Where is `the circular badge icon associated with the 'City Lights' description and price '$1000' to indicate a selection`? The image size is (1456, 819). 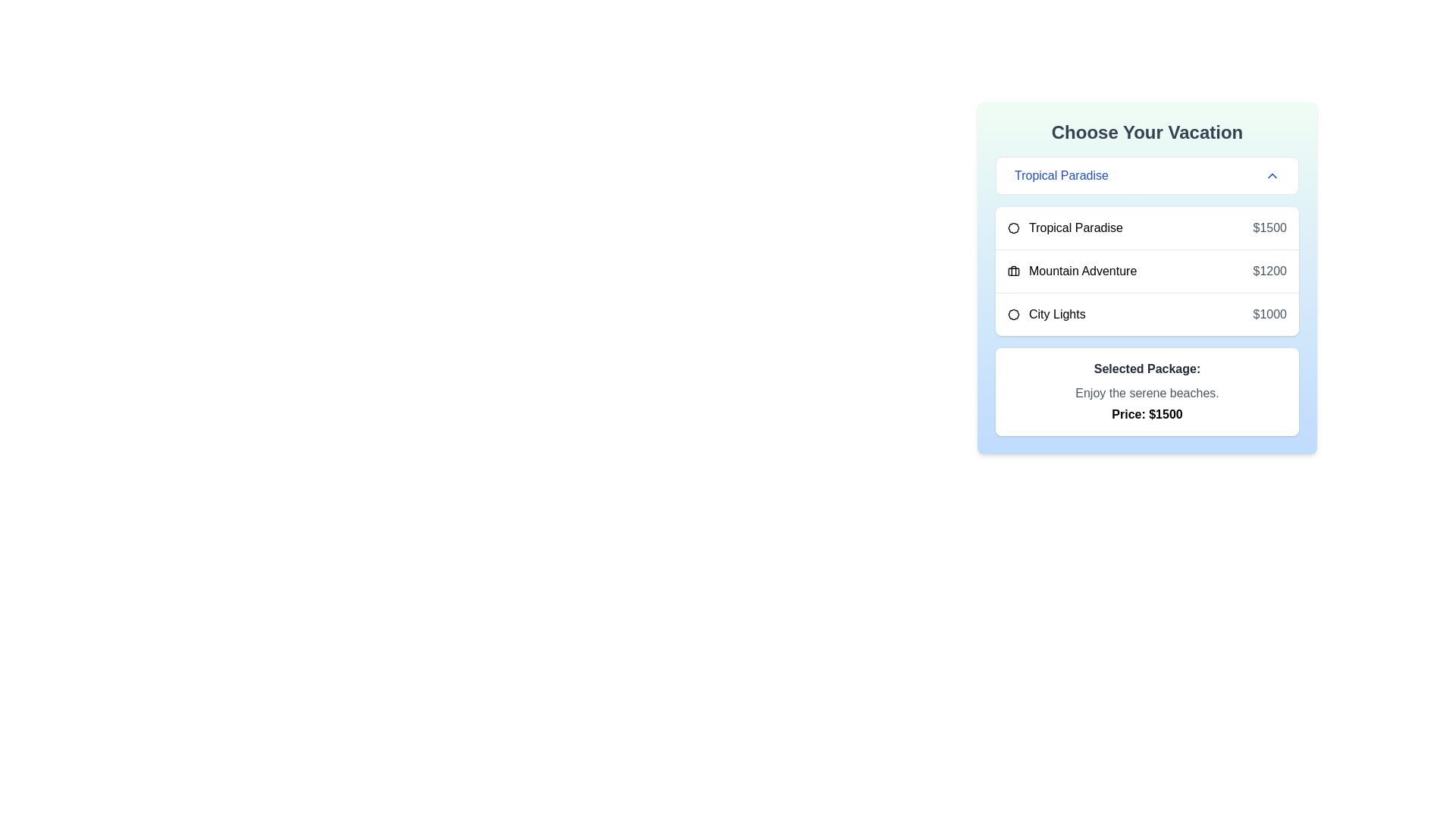 the circular badge icon associated with the 'City Lights' description and price '$1000' to indicate a selection is located at coordinates (1012, 314).